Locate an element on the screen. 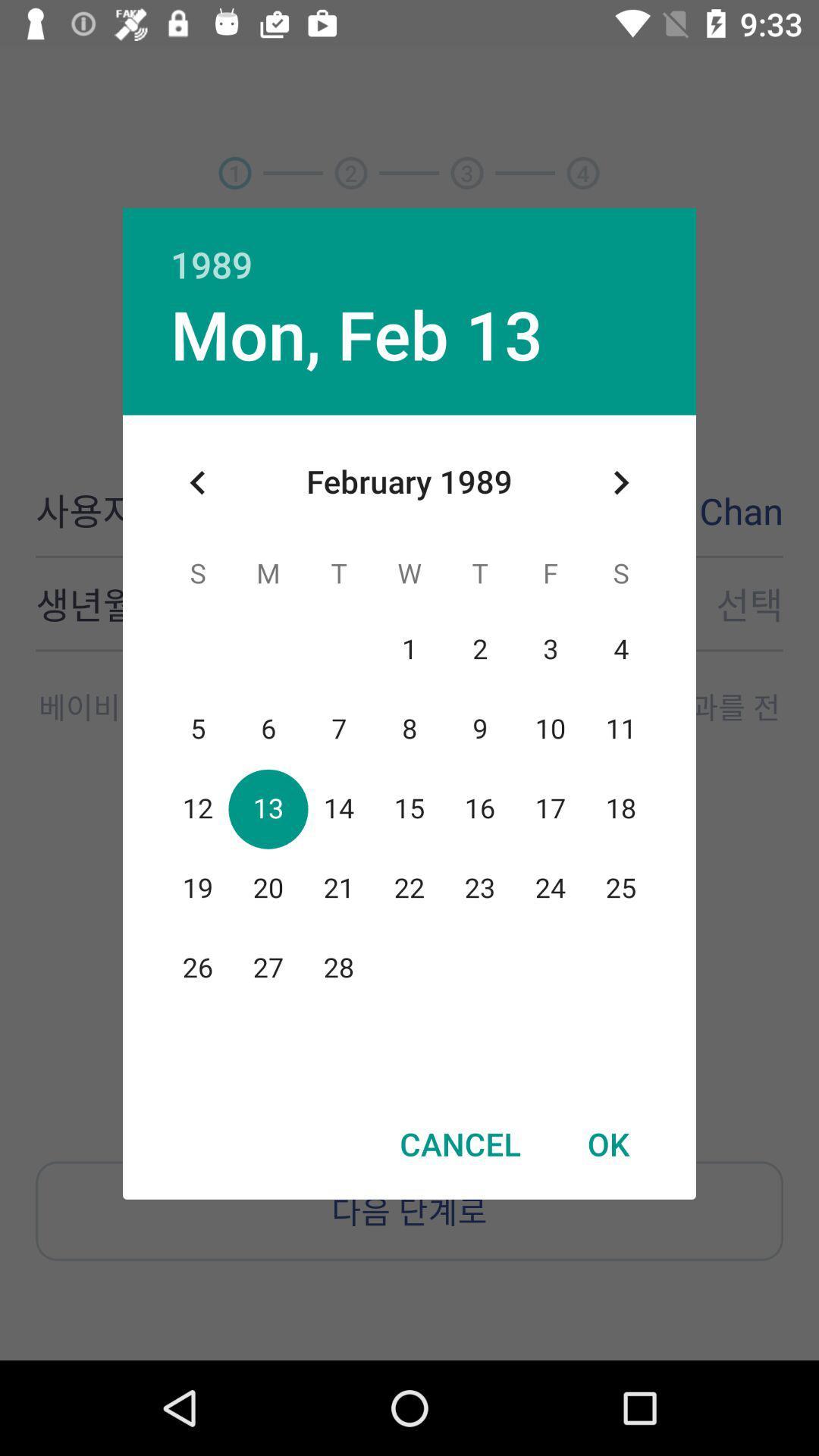 The width and height of the screenshot is (819, 1456). icon below 1989 is located at coordinates (620, 482).